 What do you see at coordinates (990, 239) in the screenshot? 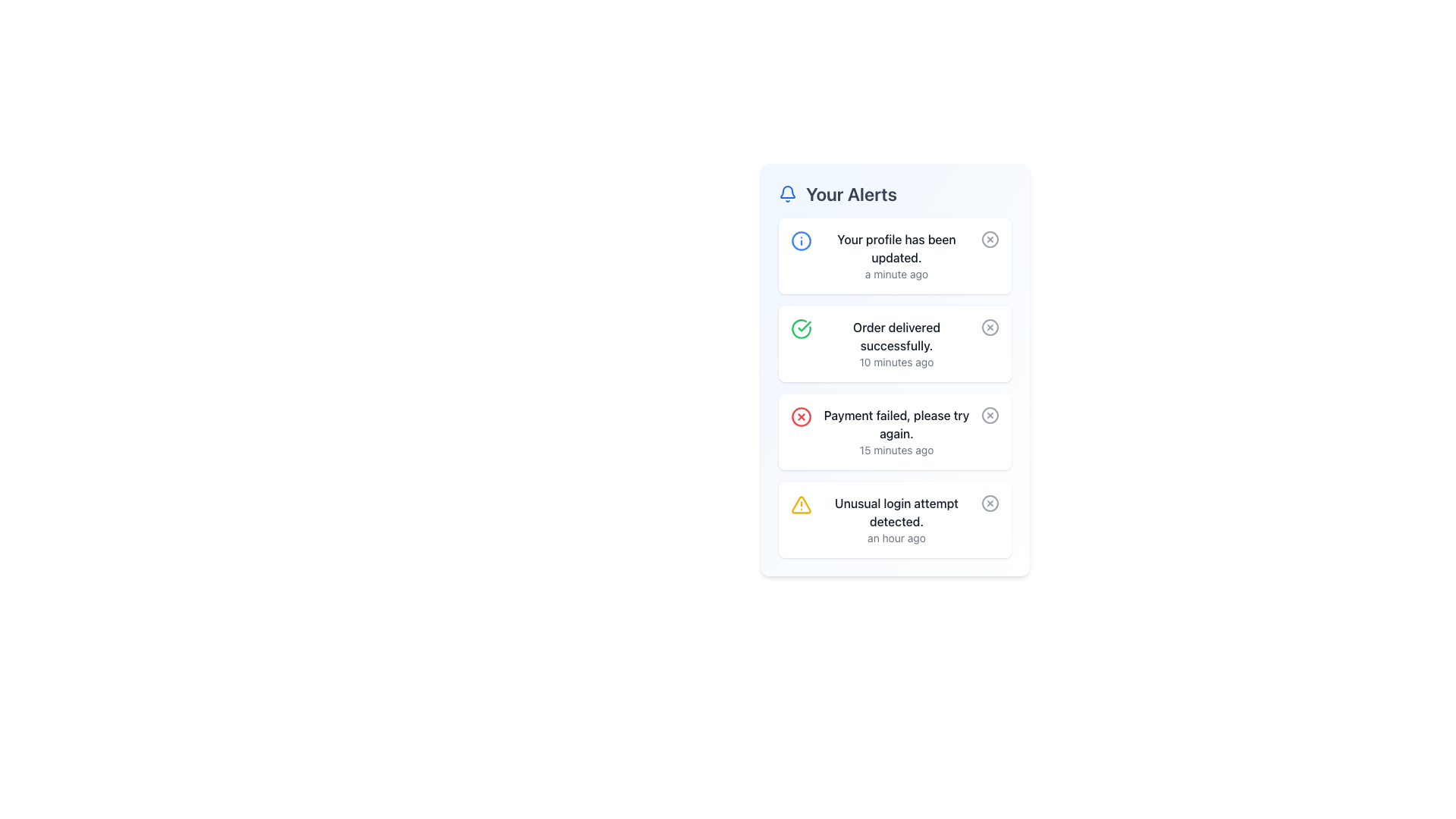
I see `the dismiss button, which is a small circular icon with a gray border and an 'x' symbol, located at the top-right of the 'Your Alerts' card` at bounding box center [990, 239].